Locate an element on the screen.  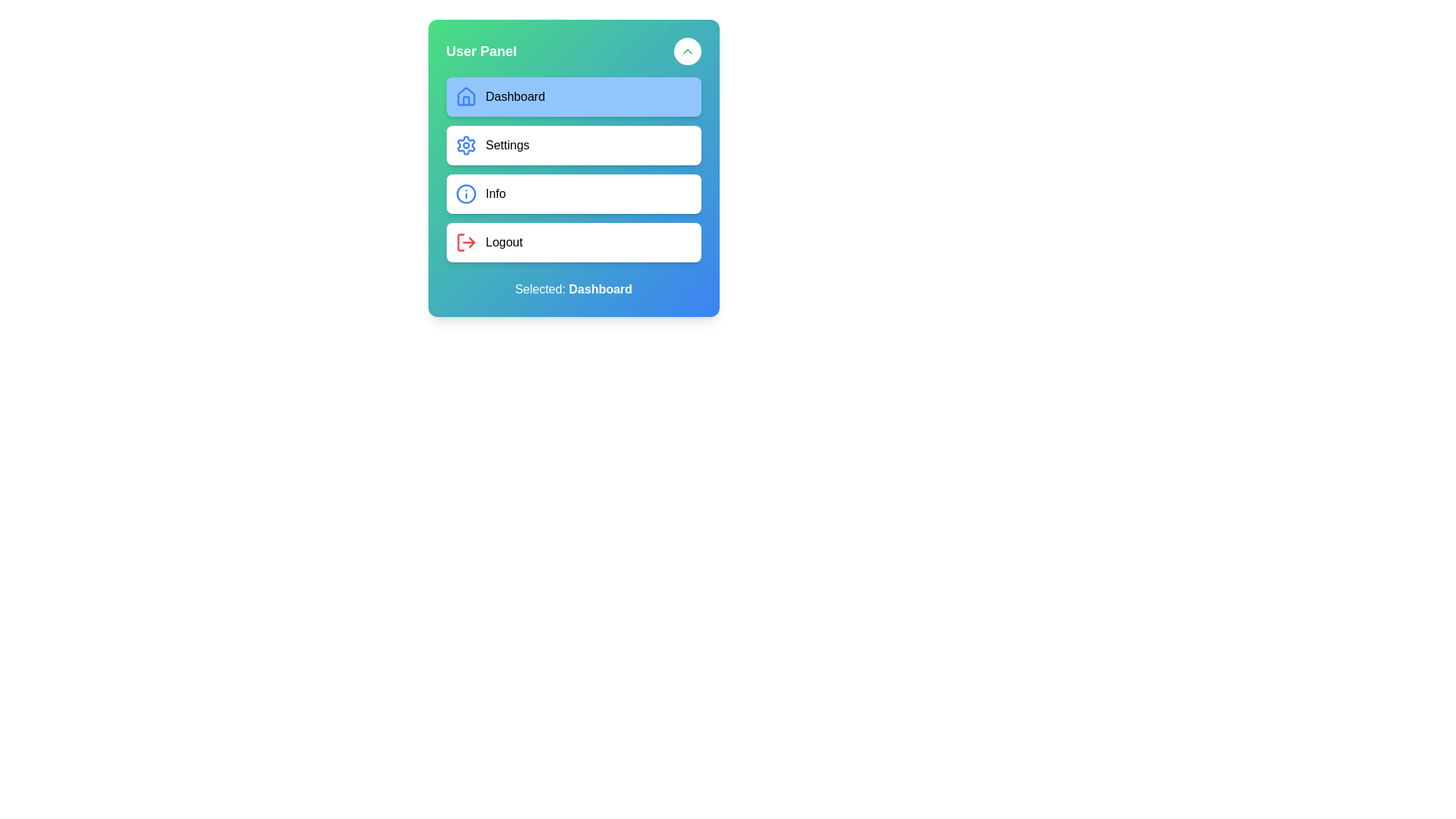
the 'Dashboard' text label within the 'Selected' section at the bottom of the user panel interface, which is styled in bold white font on a blue background is located at coordinates (600, 289).